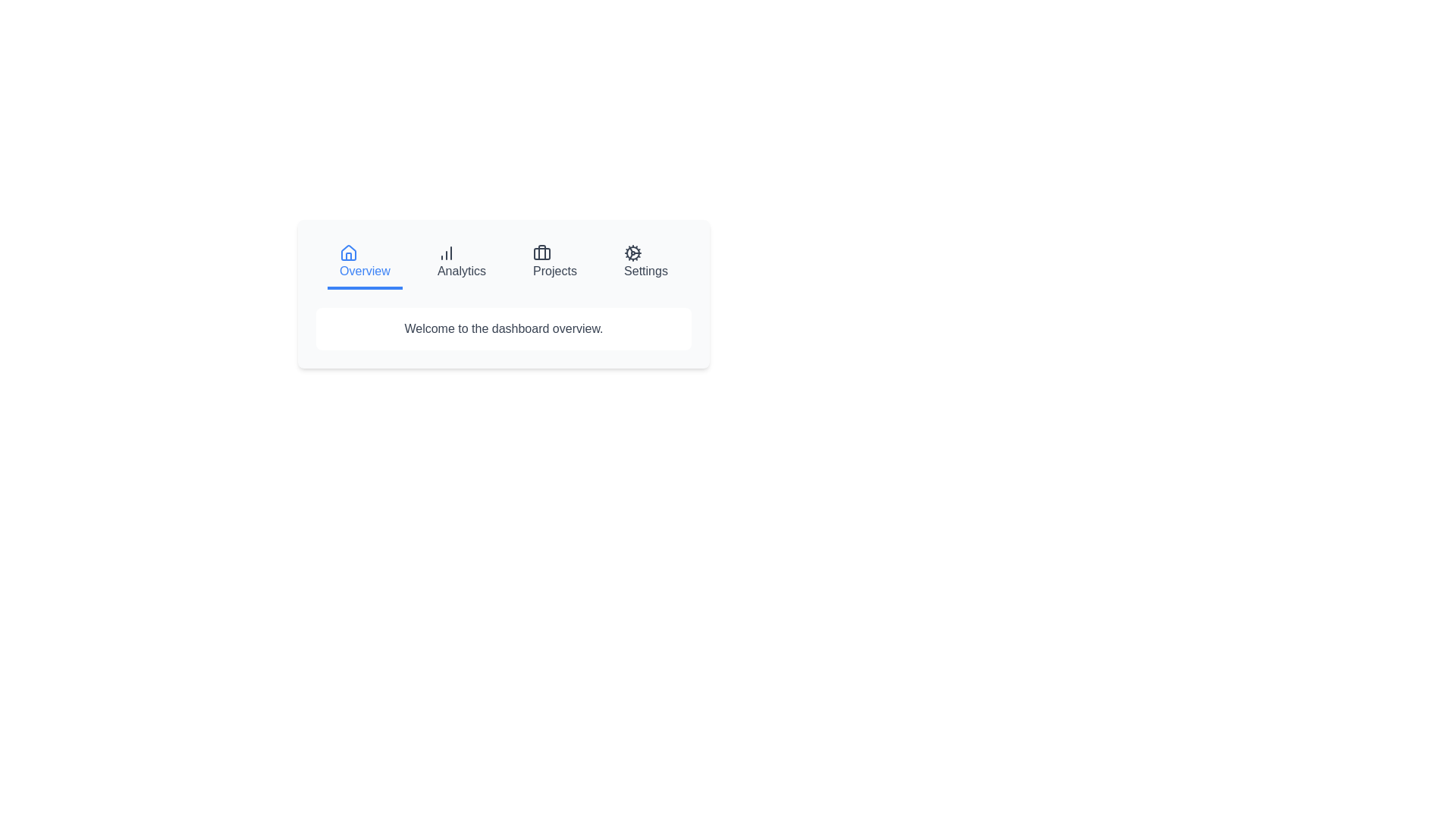 The image size is (1456, 819). What do you see at coordinates (365, 262) in the screenshot?
I see `the Overview tab to activate it` at bounding box center [365, 262].